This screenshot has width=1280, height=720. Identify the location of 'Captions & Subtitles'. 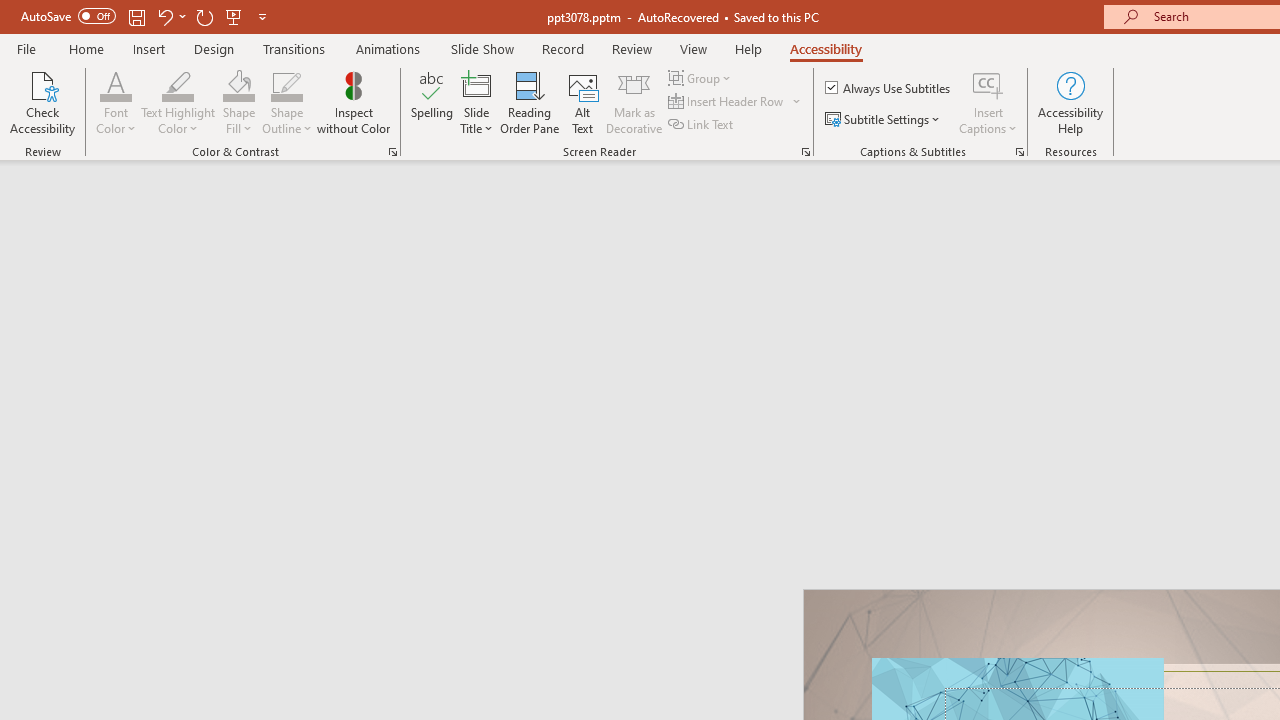
(1020, 150).